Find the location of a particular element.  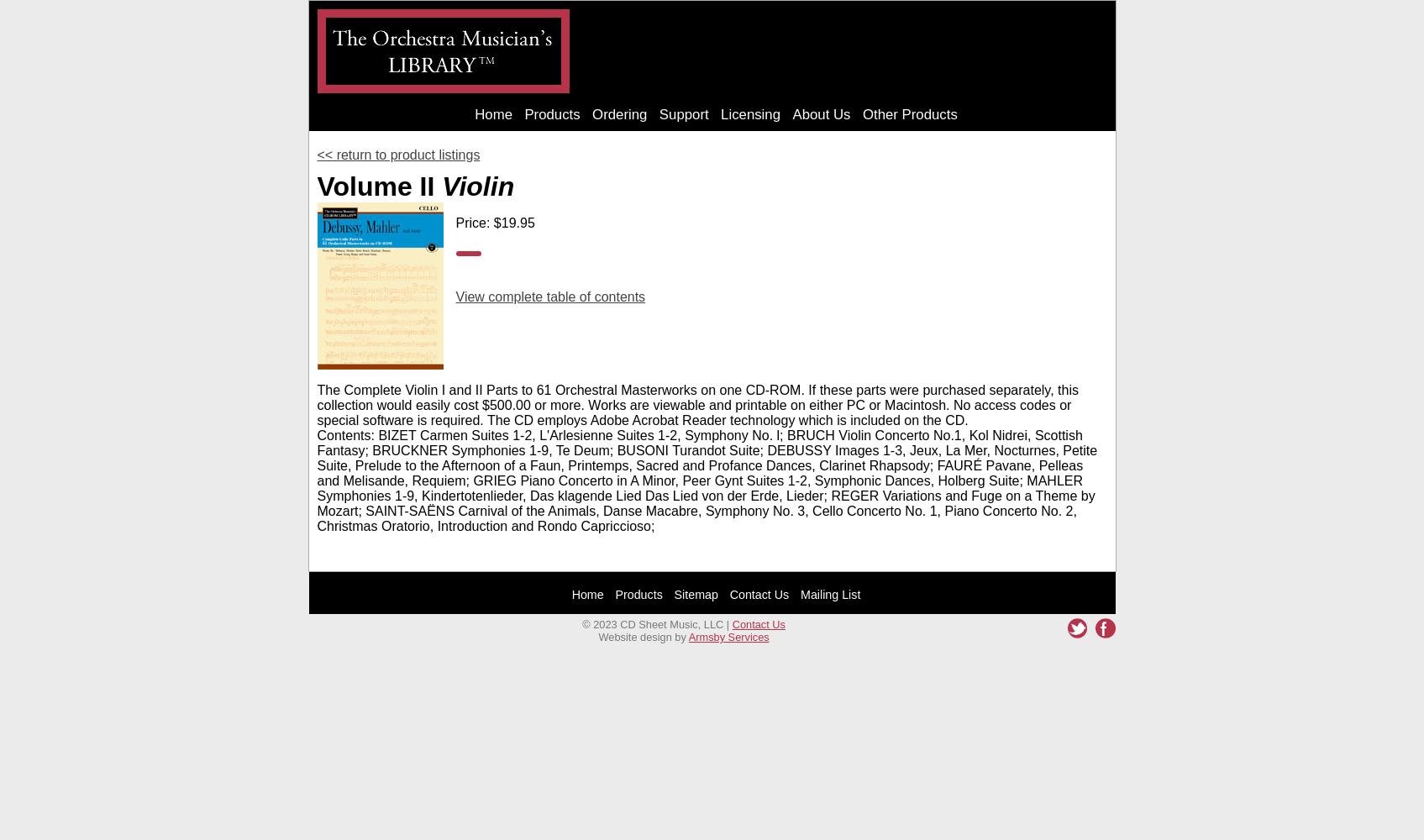

'Sitemap' is located at coordinates (696, 593).